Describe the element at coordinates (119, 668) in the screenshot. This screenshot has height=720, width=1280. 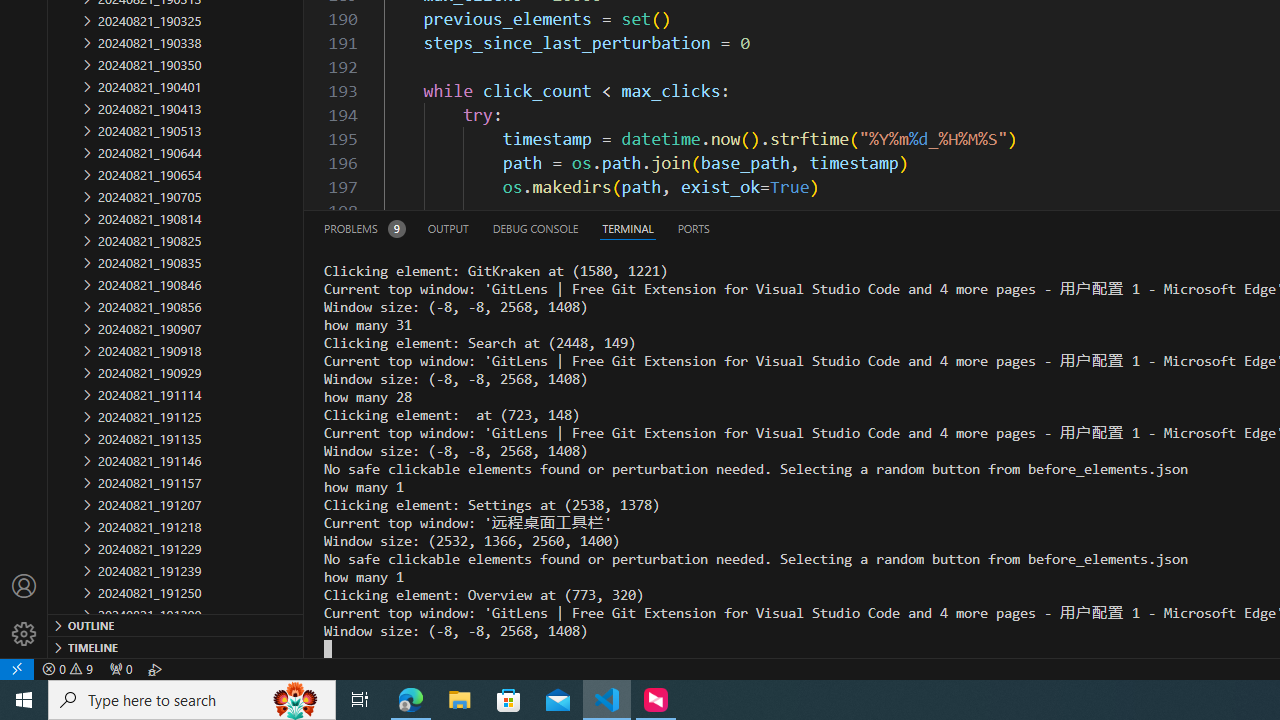
I see `'No Ports Forwarded'` at that location.